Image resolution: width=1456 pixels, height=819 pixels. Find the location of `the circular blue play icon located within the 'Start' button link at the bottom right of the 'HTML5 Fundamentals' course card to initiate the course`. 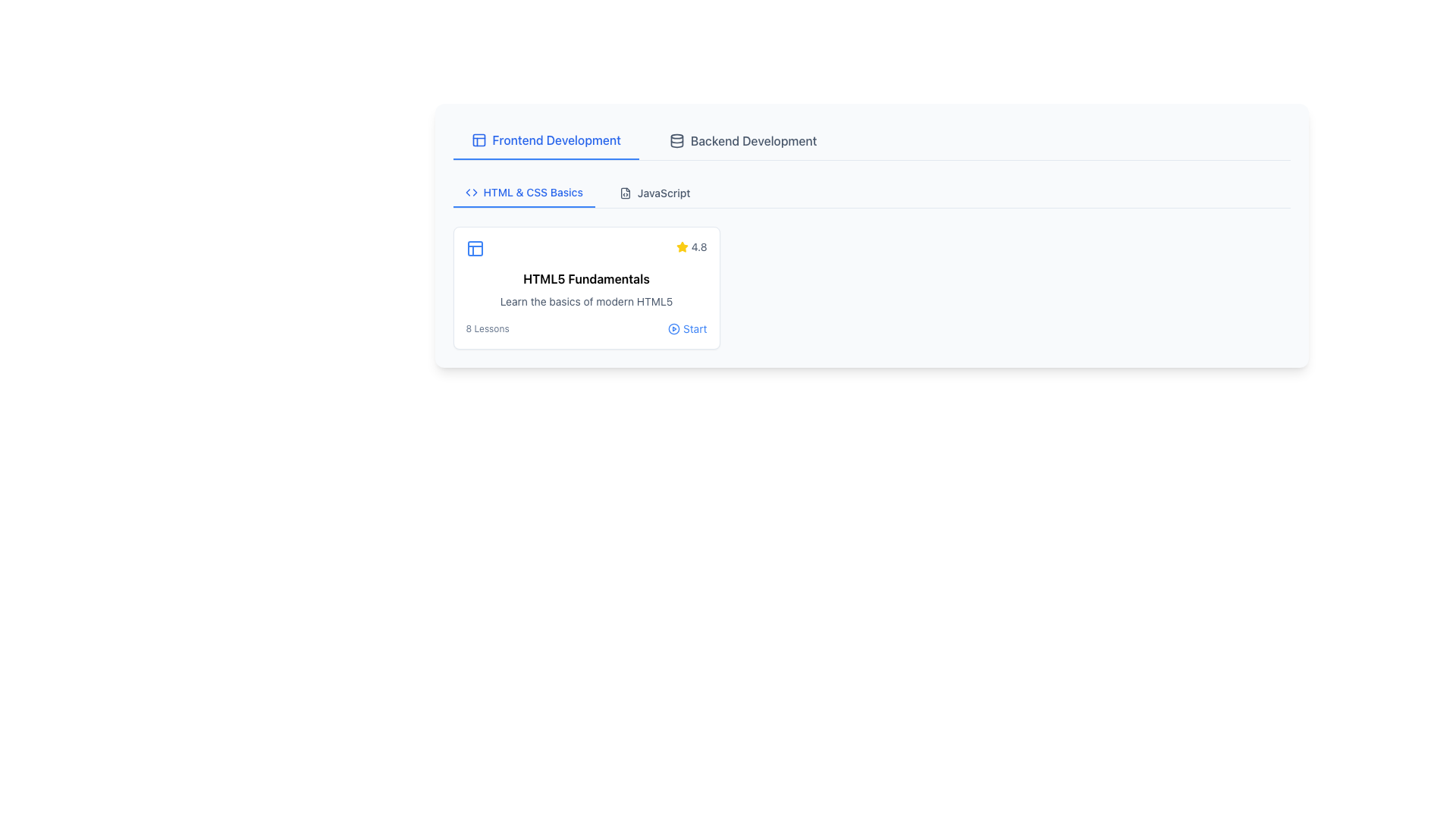

the circular blue play icon located within the 'Start' button link at the bottom right of the 'HTML5 Fundamentals' course card to initiate the course is located at coordinates (673, 328).